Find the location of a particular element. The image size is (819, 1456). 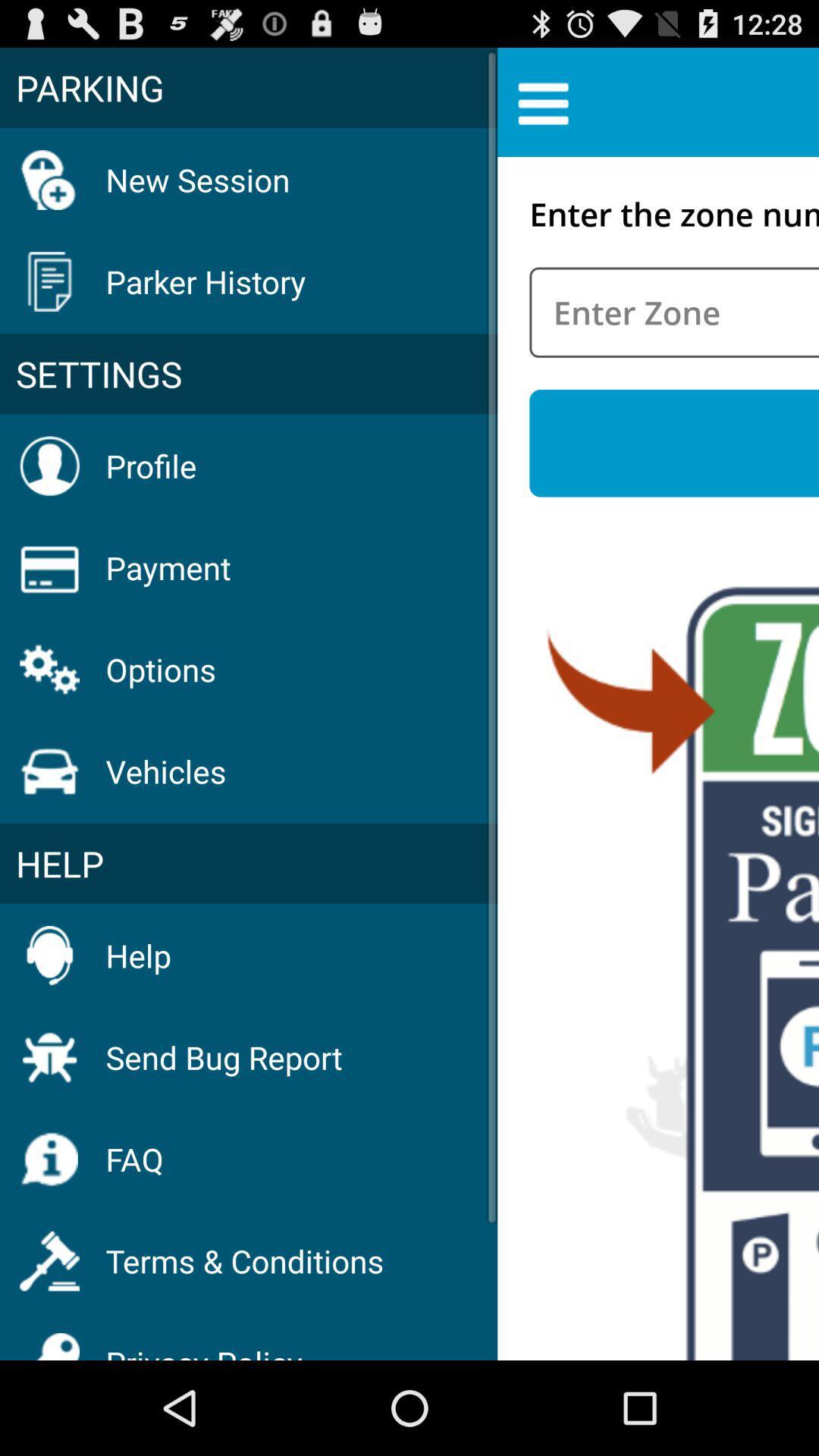

new session item is located at coordinates (197, 179).